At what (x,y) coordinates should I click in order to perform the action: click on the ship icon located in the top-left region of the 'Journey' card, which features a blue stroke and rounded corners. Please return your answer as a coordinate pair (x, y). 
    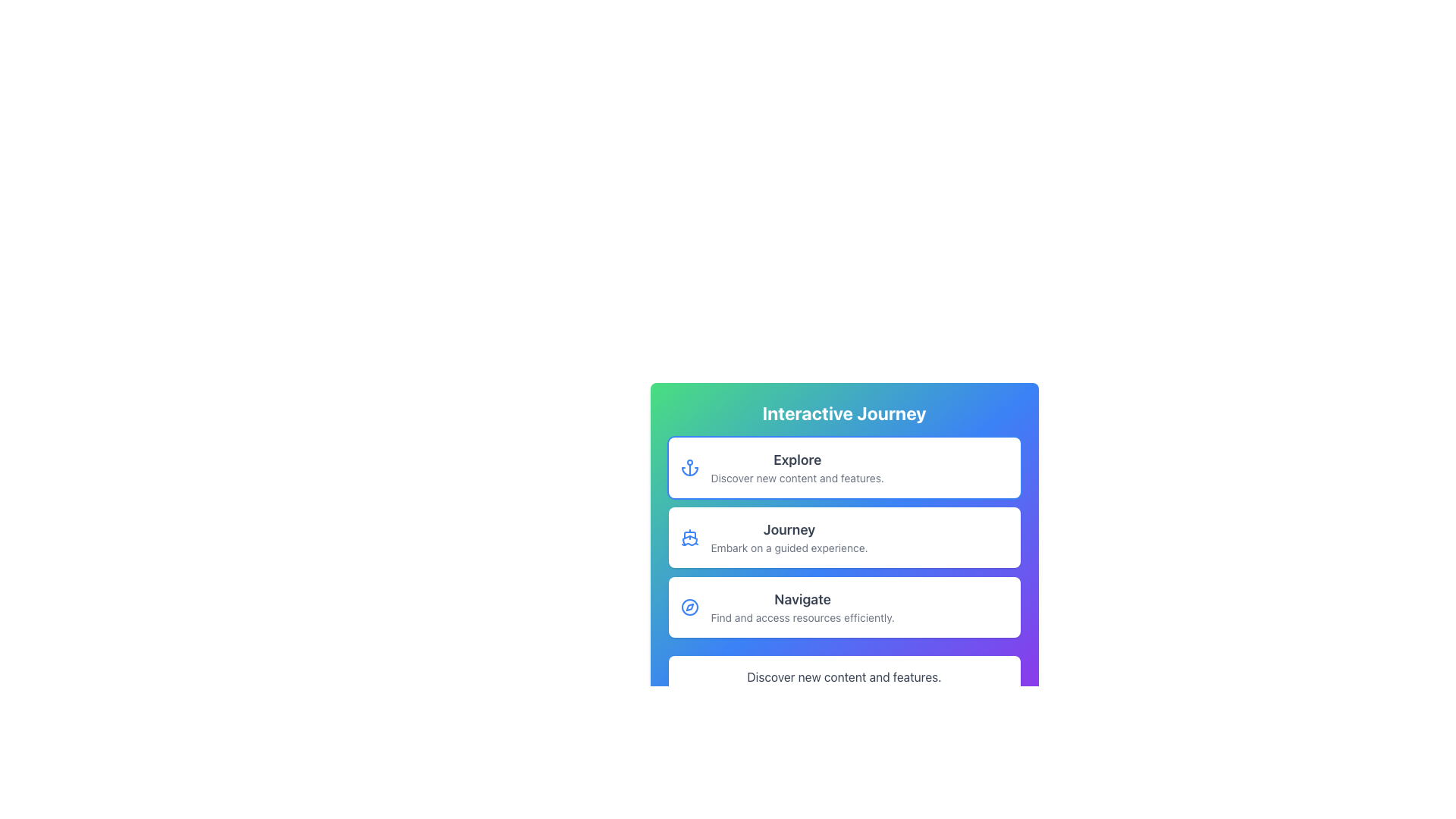
    Looking at the image, I should click on (689, 537).